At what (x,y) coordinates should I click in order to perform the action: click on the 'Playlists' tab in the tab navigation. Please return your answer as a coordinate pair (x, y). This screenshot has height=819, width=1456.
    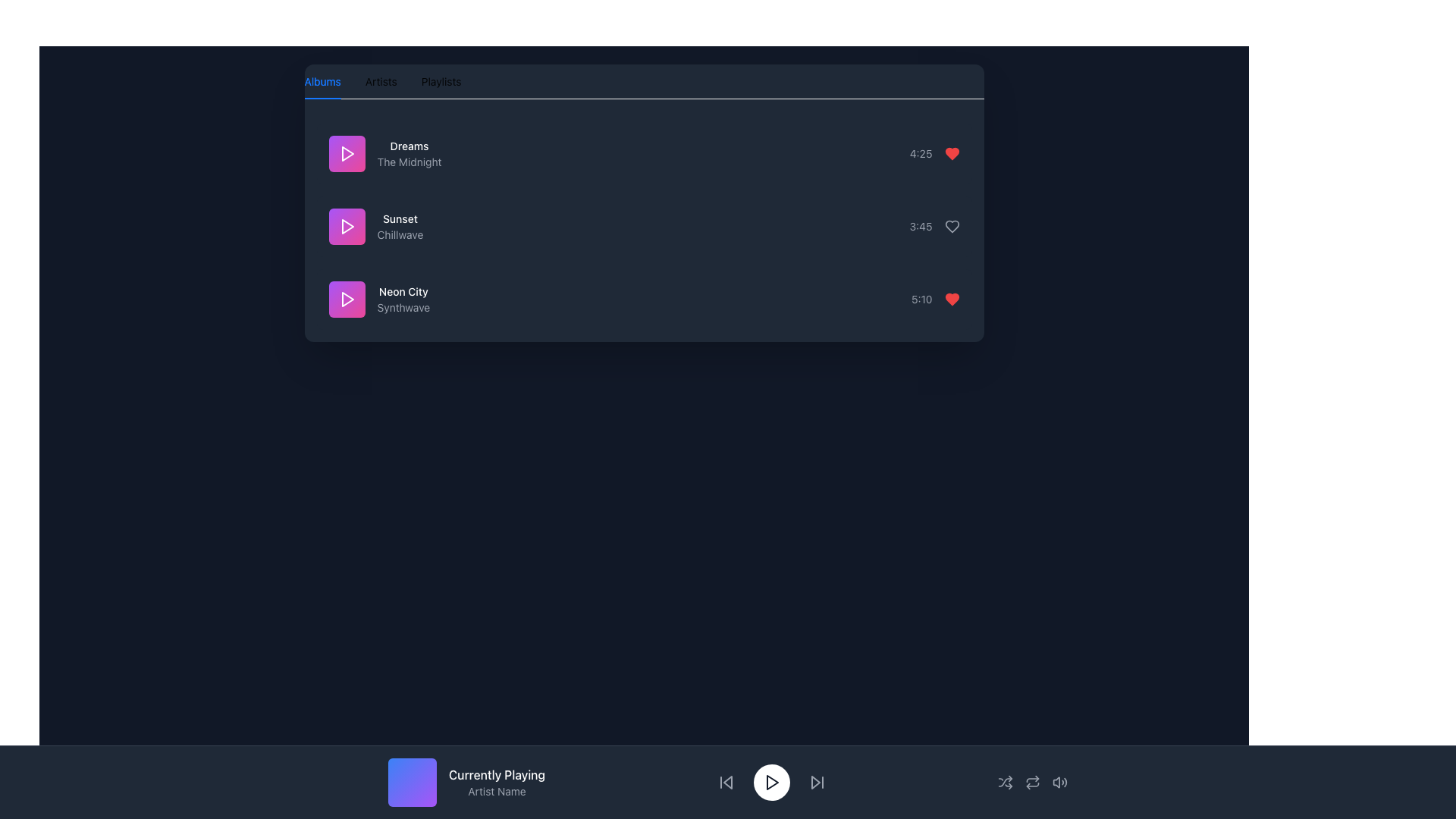
    Looking at the image, I should click on (441, 82).